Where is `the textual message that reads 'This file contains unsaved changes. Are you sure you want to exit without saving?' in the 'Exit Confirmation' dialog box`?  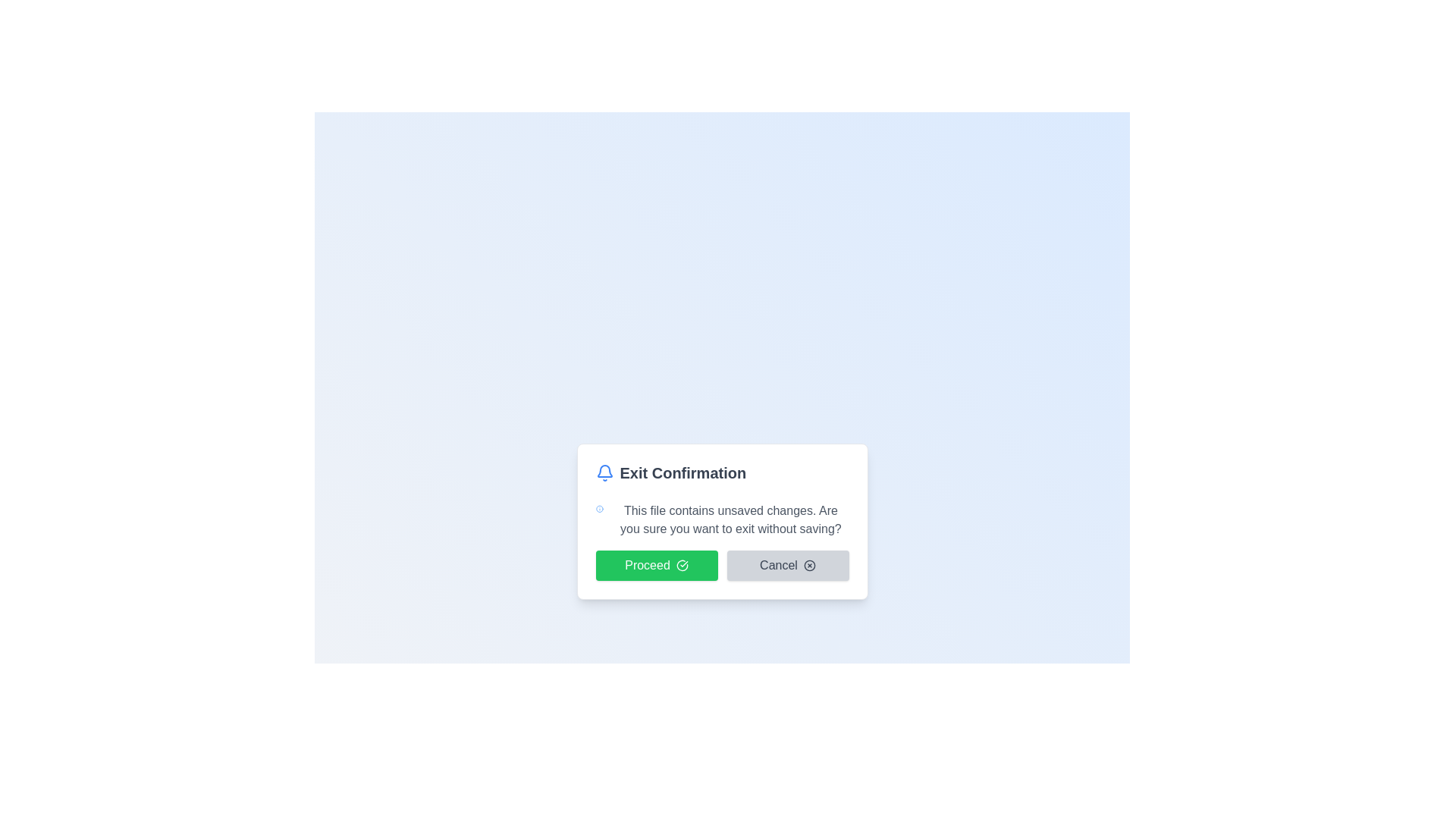 the textual message that reads 'This file contains unsaved changes. Are you sure you want to exit without saving?' in the 'Exit Confirmation' dialog box is located at coordinates (730, 519).